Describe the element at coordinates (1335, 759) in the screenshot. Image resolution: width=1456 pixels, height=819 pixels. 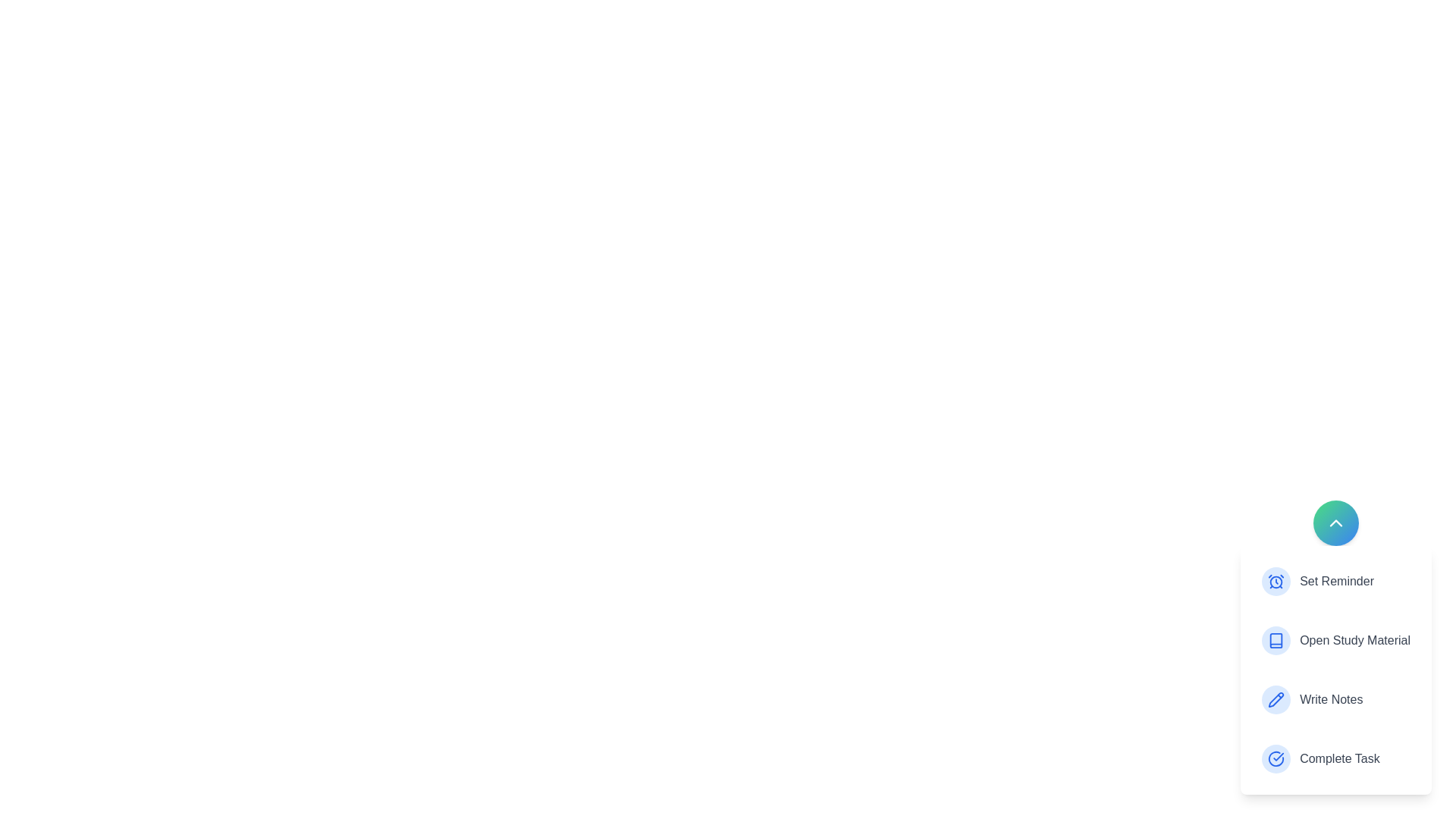
I see `the action Complete Task from the menu` at that location.